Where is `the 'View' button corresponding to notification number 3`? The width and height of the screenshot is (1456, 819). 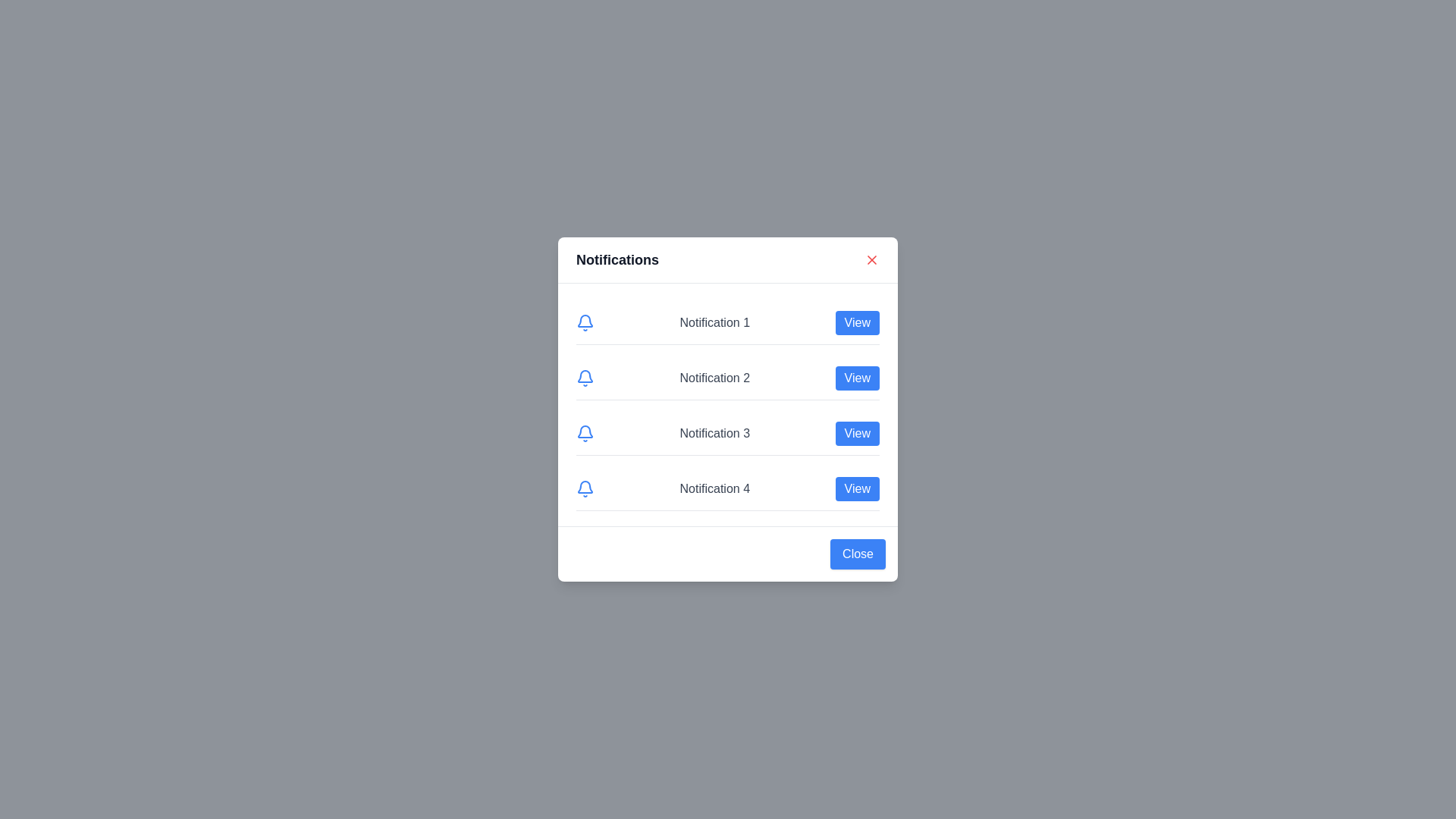 the 'View' button corresponding to notification number 3 is located at coordinates (857, 433).